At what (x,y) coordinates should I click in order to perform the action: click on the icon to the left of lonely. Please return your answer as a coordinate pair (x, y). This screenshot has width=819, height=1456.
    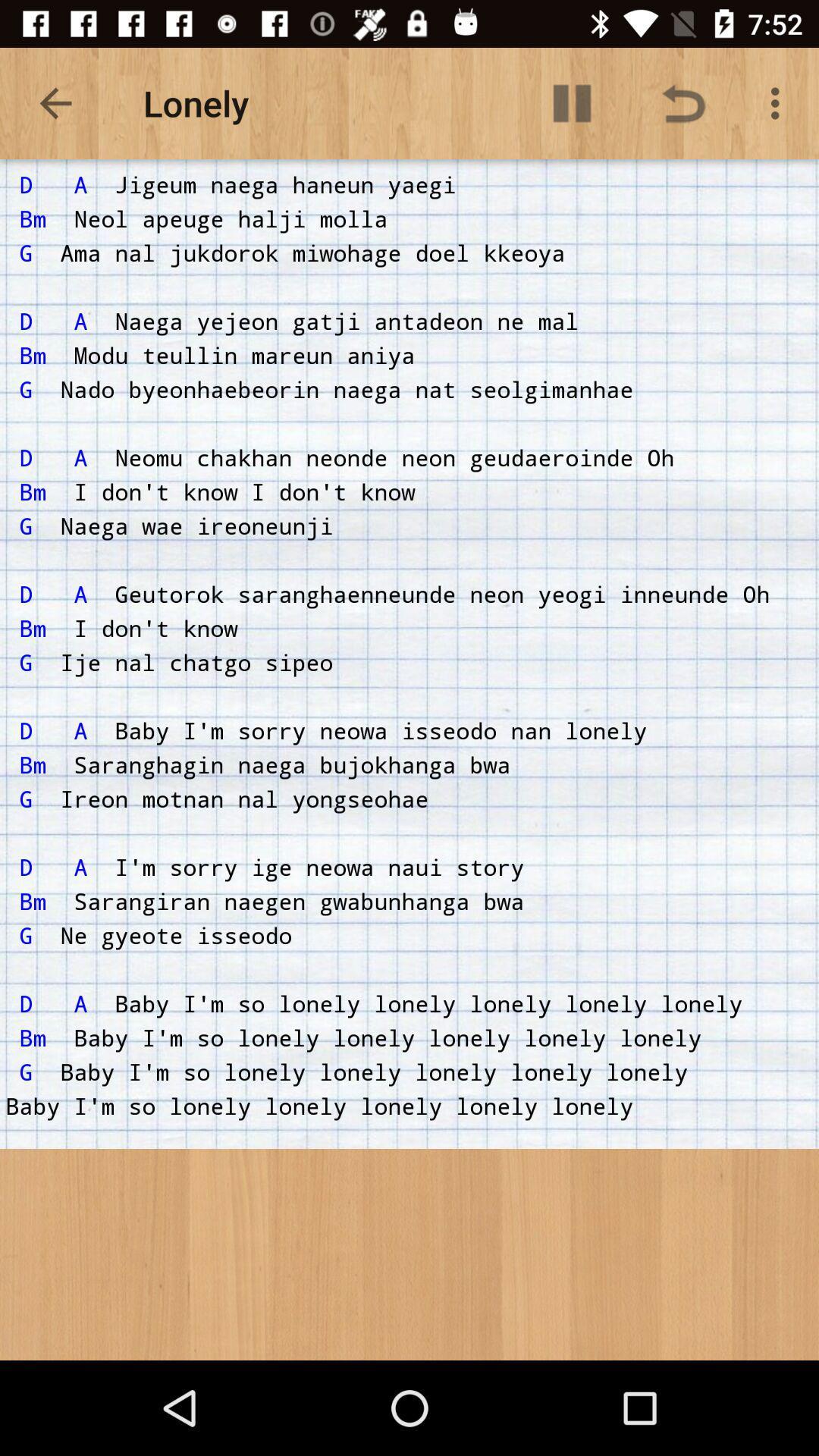
    Looking at the image, I should click on (55, 102).